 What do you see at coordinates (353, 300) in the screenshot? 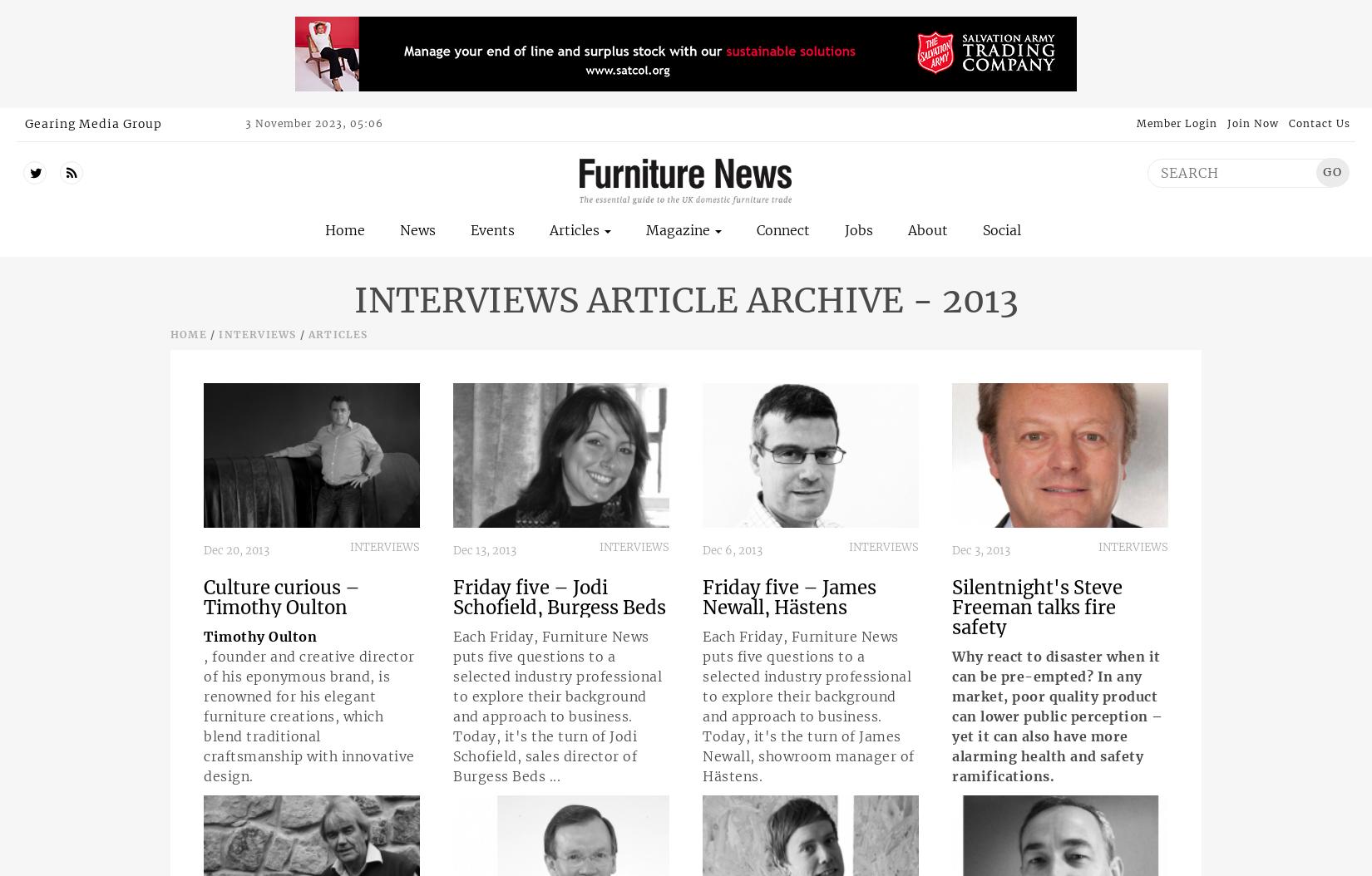
I see `'Interviews Article Archive - 2013'` at bounding box center [353, 300].